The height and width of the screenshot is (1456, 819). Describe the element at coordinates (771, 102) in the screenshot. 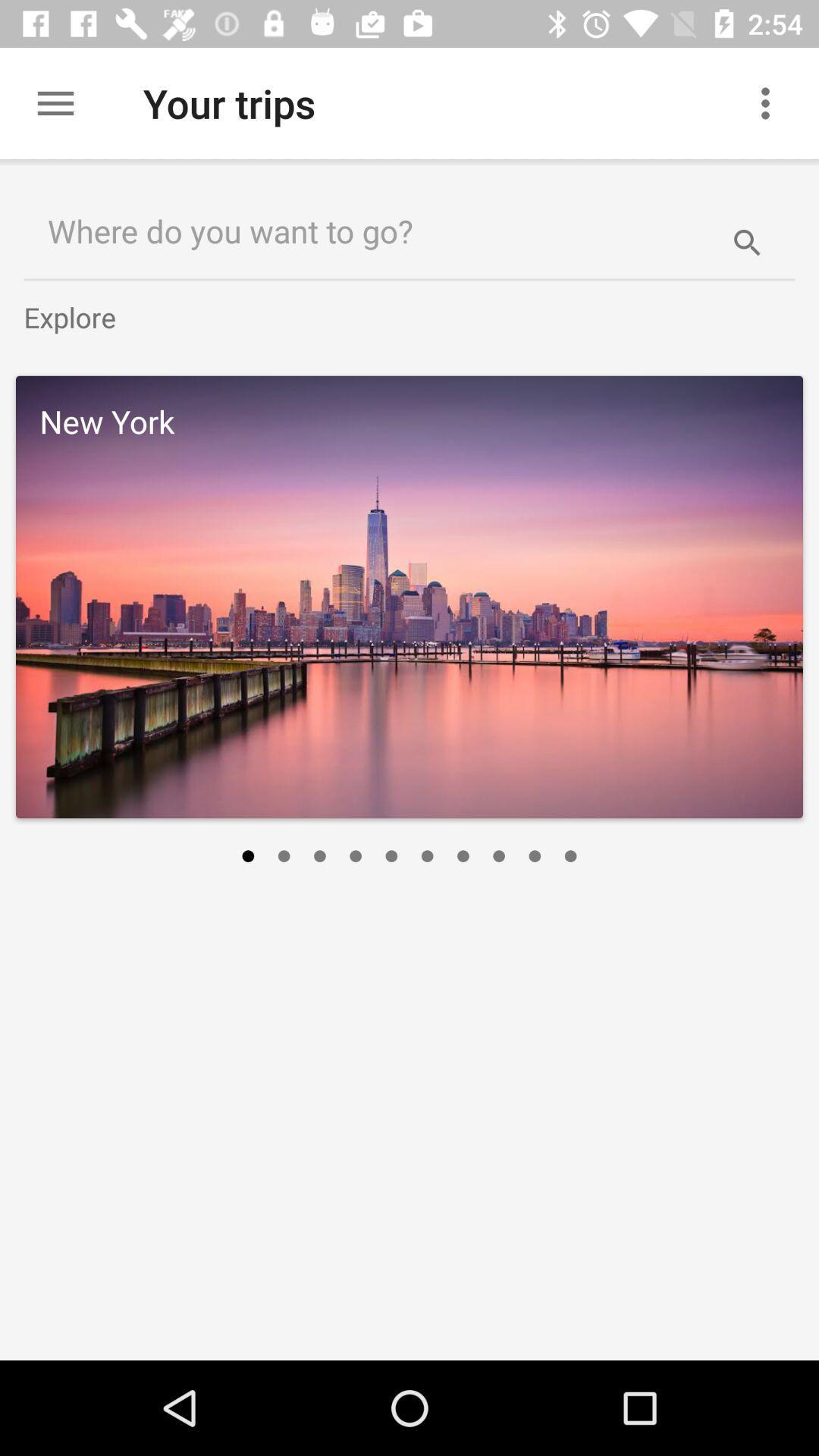

I see `item to the right of your trips` at that location.